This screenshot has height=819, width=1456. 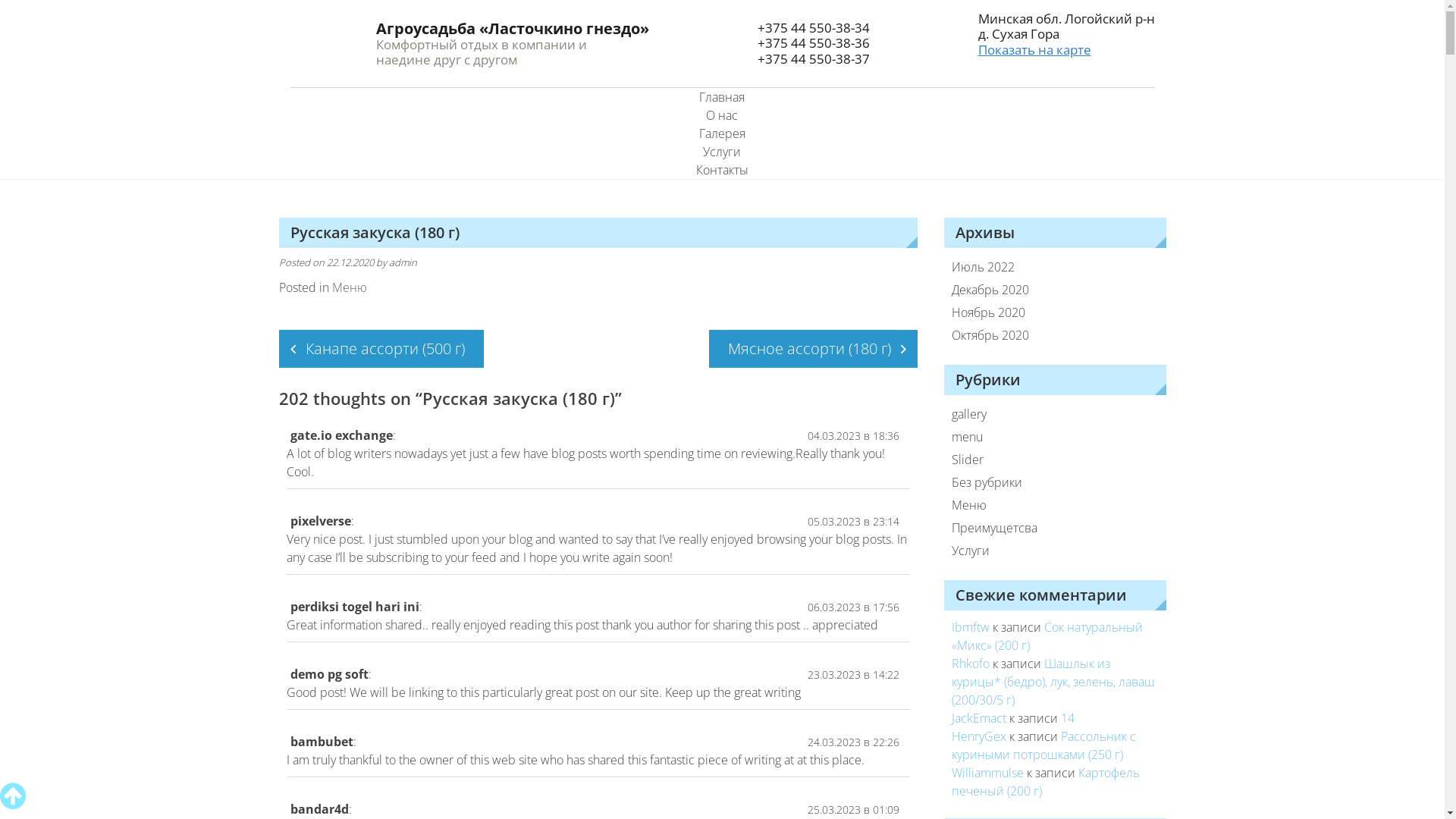 I want to click on '22.12.2020', so click(x=325, y=262).